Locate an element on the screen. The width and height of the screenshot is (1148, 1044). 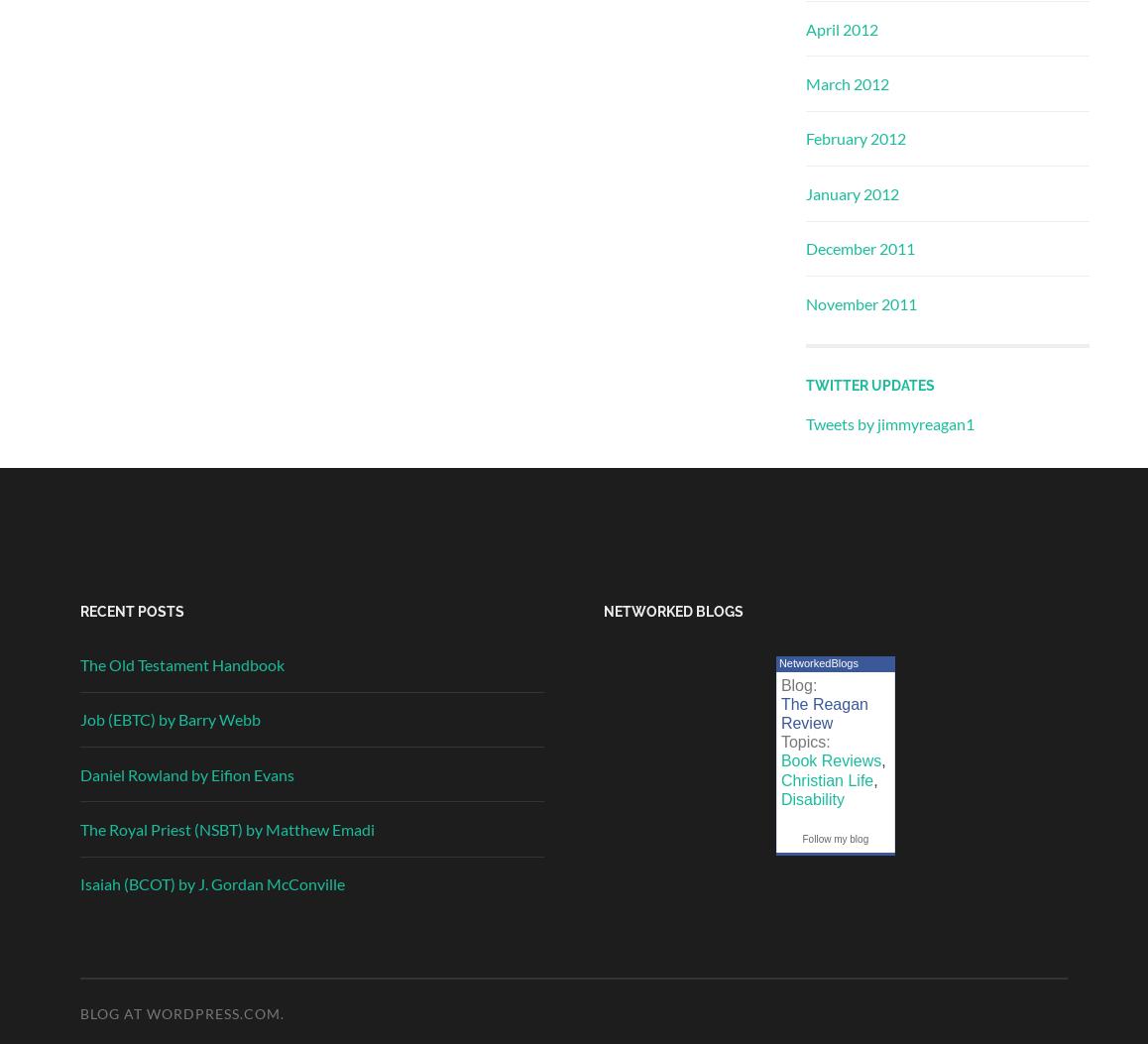
'The Reagan Review' is located at coordinates (822, 712).